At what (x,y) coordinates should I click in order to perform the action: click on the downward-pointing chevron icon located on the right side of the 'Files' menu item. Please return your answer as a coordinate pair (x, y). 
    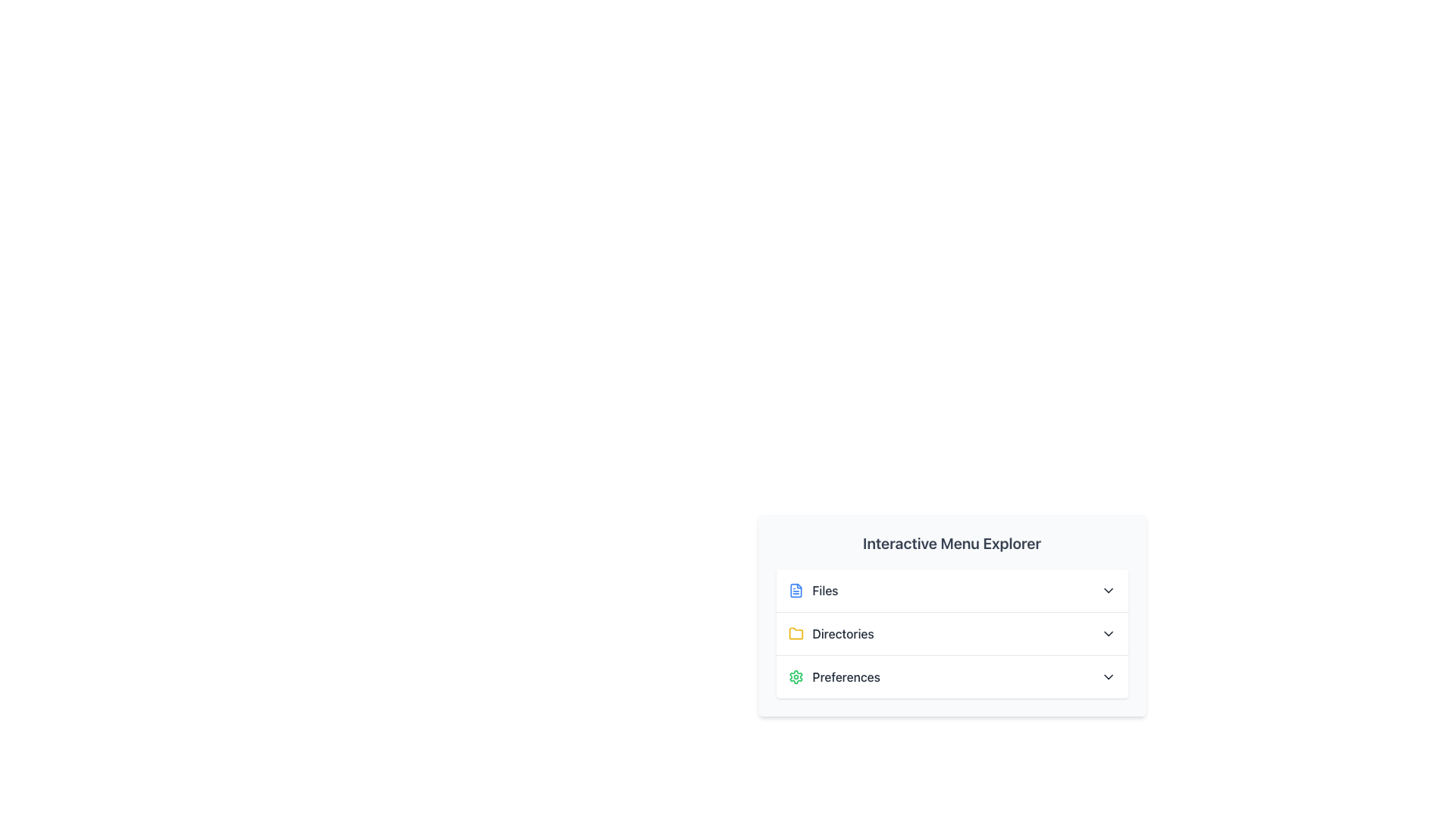
    Looking at the image, I should click on (1108, 590).